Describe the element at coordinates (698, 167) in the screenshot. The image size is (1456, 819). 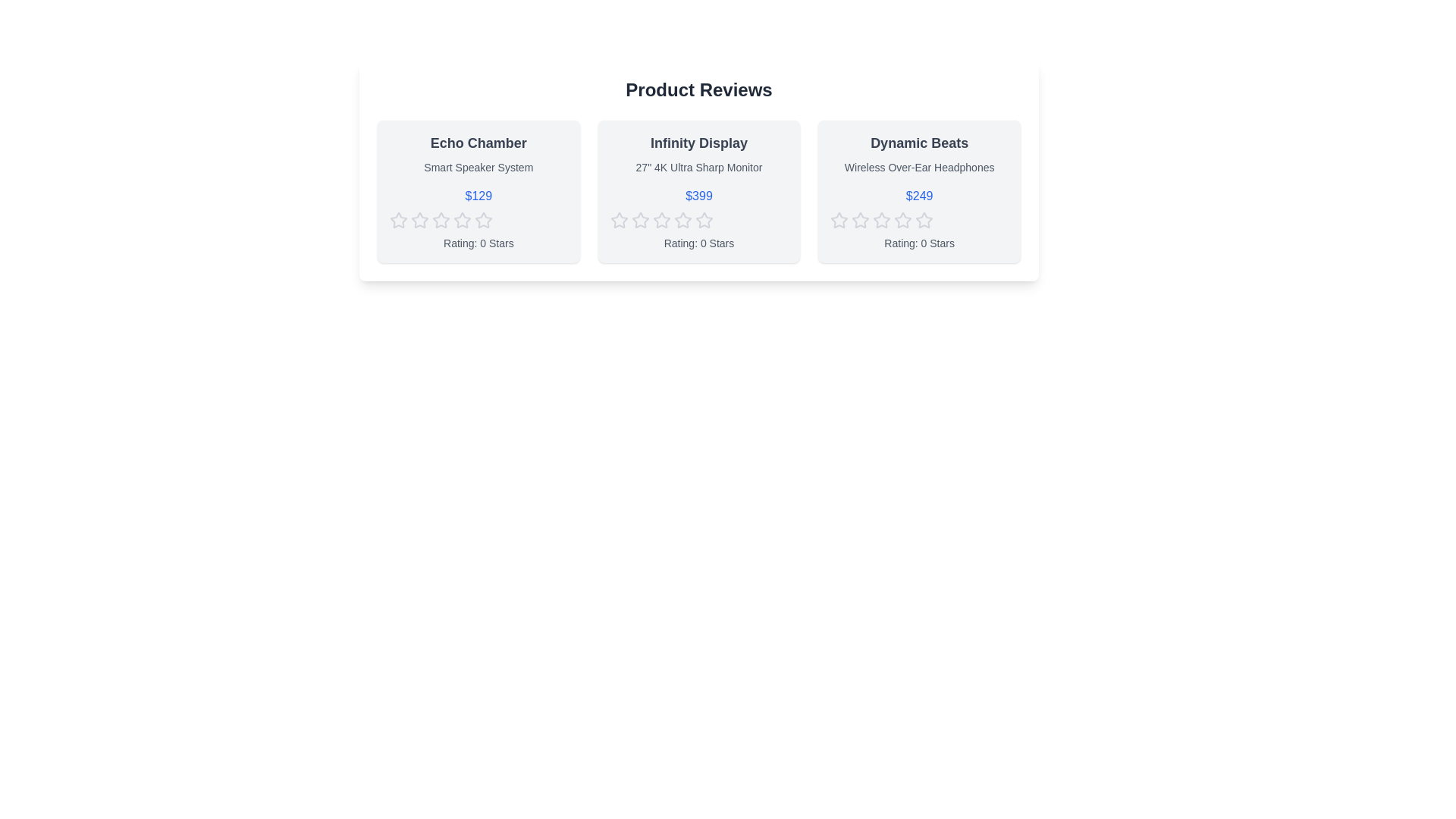
I see `the text label reading '27" 4K Ultra Sharp Monitor', which is styled in a small, gray font and located beneath the title 'Infinity Display'` at that location.